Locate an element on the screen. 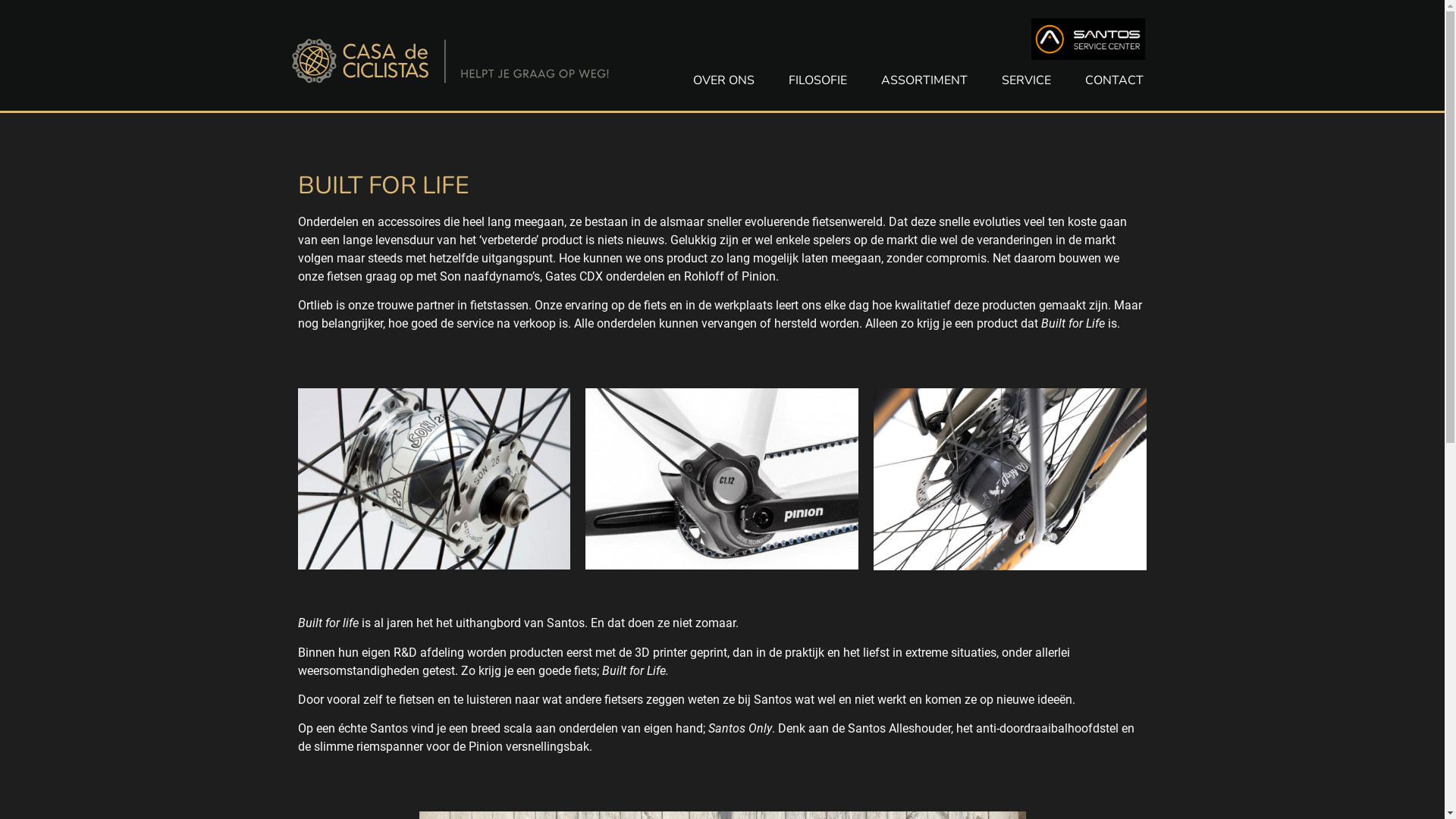 The image size is (1456, 819). 'ASSORTIMENT' is located at coordinates (923, 80).